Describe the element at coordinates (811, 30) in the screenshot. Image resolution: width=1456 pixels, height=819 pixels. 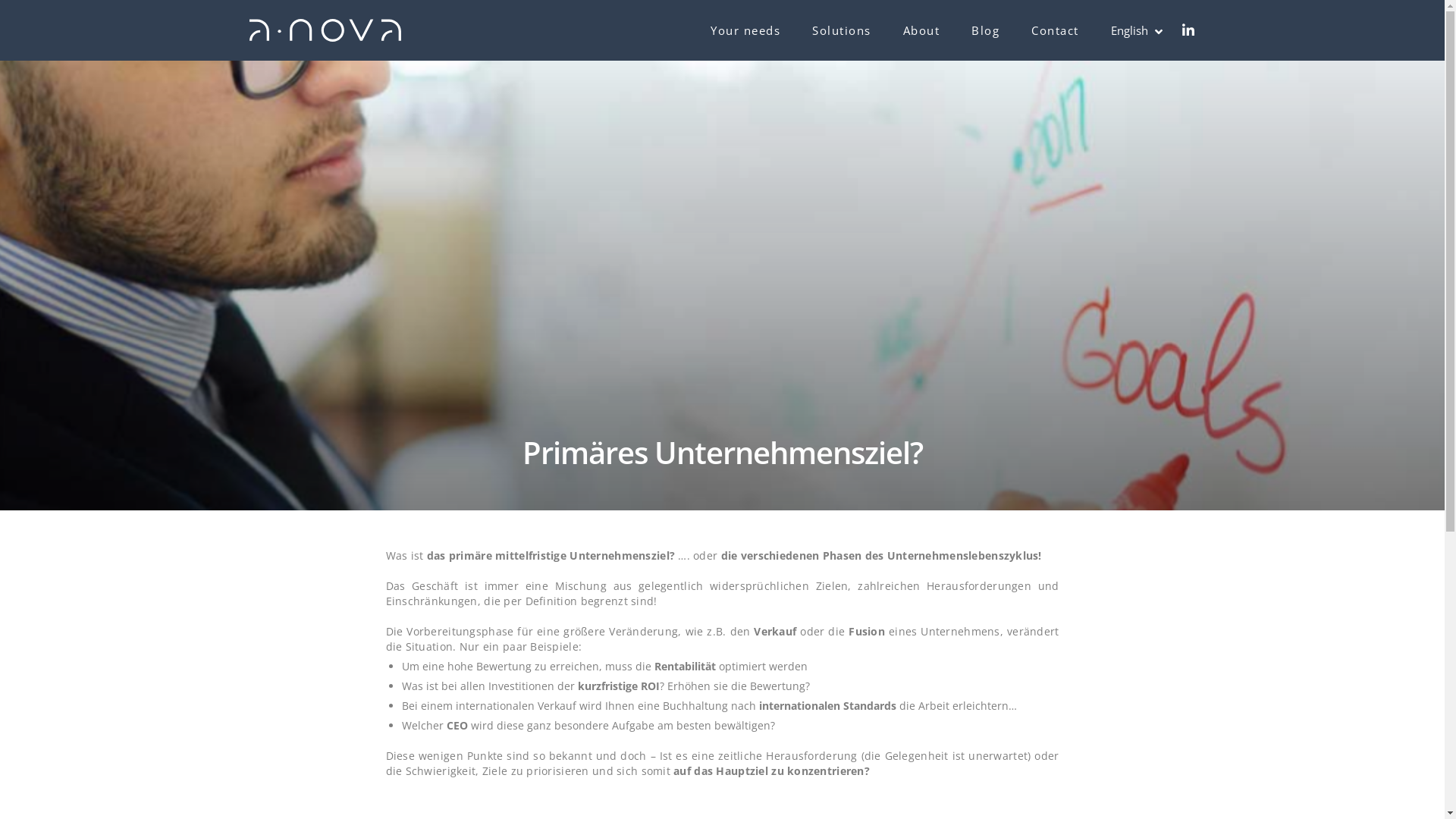
I see `'Solutions'` at that location.